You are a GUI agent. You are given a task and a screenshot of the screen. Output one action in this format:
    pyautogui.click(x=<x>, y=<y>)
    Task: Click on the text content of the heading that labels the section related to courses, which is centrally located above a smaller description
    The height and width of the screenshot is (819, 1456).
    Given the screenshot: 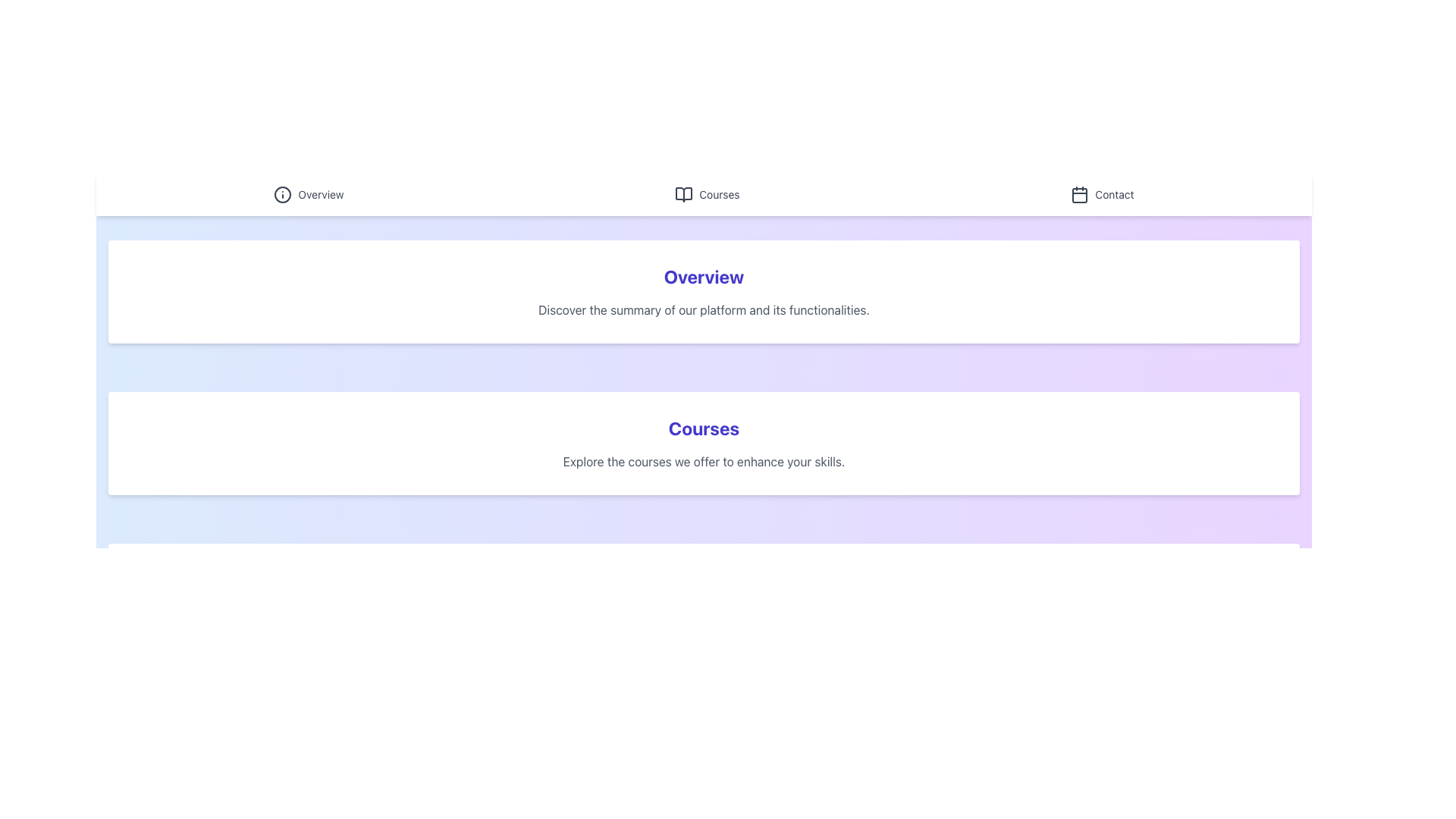 What is the action you would take?
    pyautogui.click(x=703, y=428)
    